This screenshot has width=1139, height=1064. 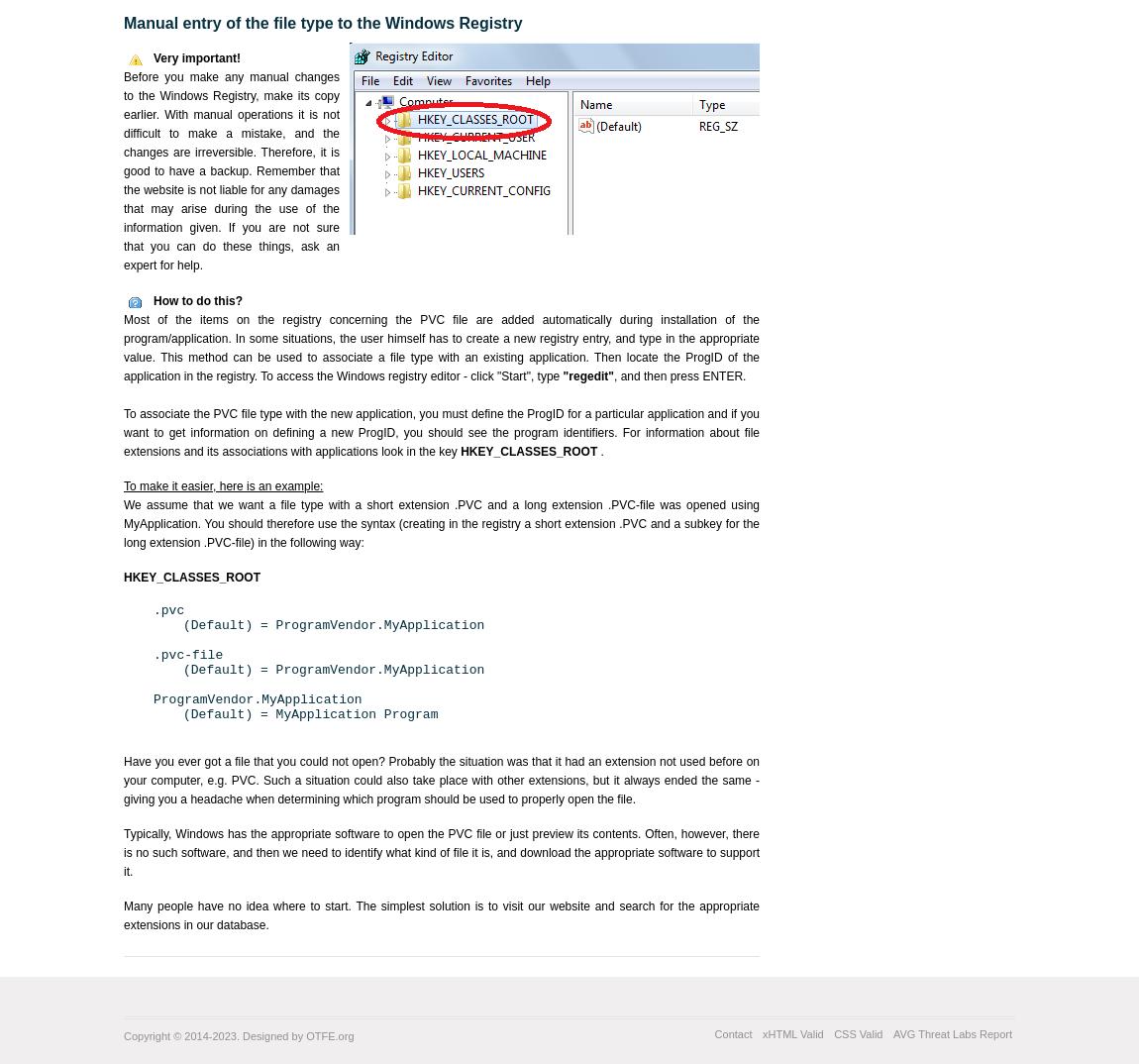 What do you see at coordinates (441, 915) in the screenshot?
I see `'Many people have no idea where to start. The simplest solution is to visit our website and search for the appropriate extensions in our database.'` at bounding box center [441, 915].